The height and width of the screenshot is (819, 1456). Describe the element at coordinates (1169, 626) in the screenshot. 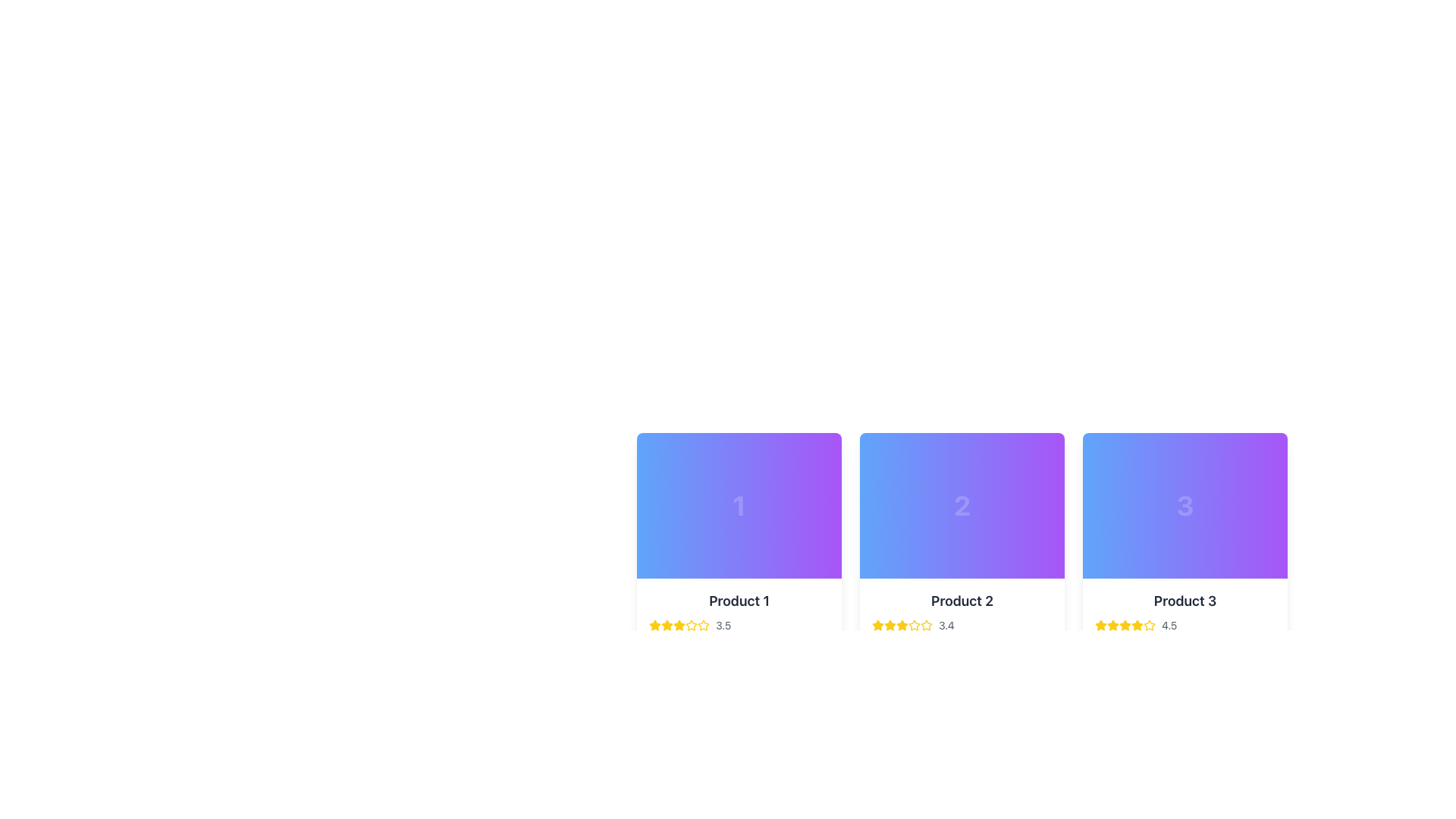

I see `text content of the Text label displaying '4.5' in gray color, located below the 'Product 3' label and to the right of the yellow rating stars` at that location.